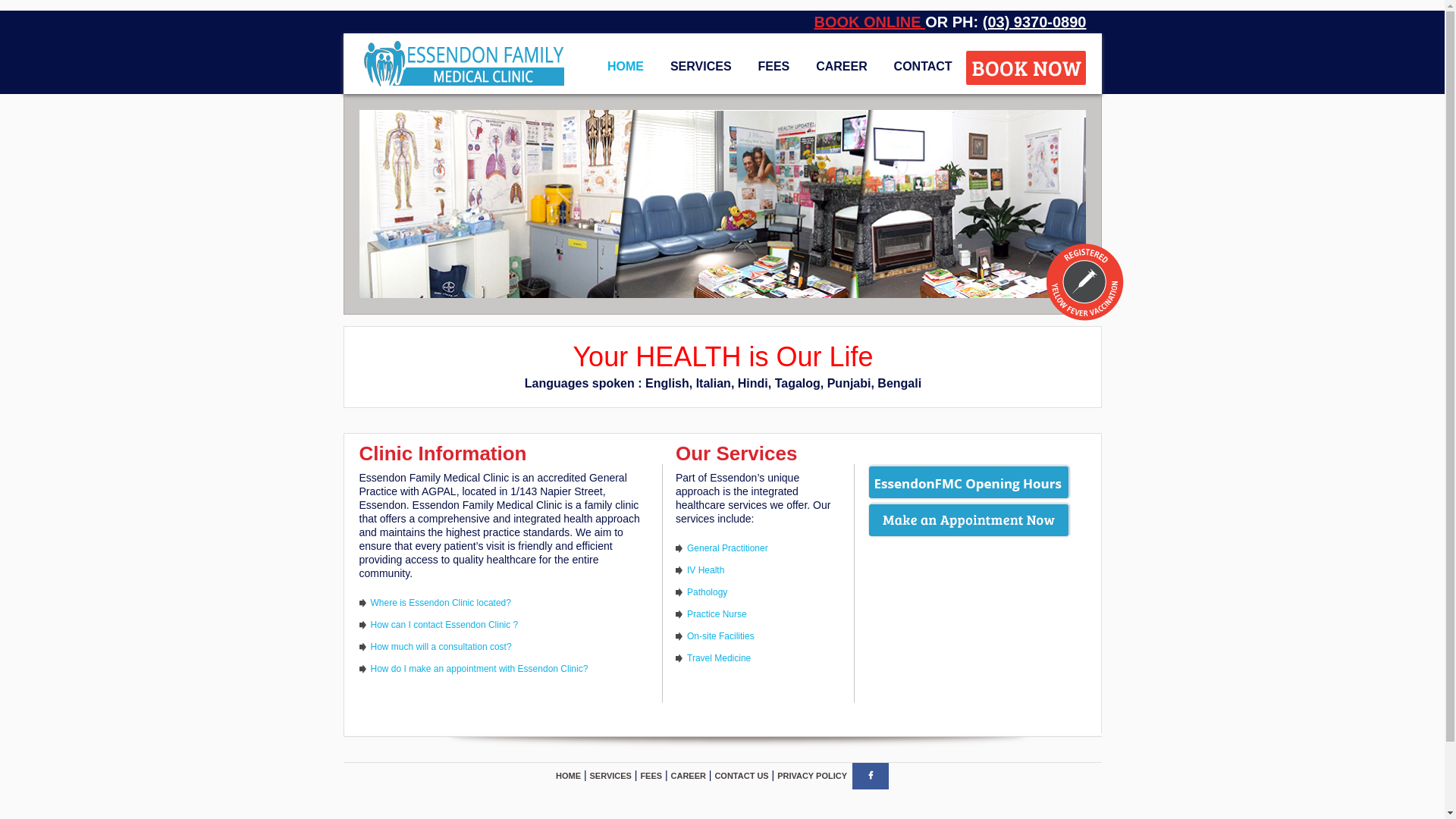  What do you see at coordinates (610, 775) in the screenshot?
I see `'SERVICES'` at bounding box center [610, 775].